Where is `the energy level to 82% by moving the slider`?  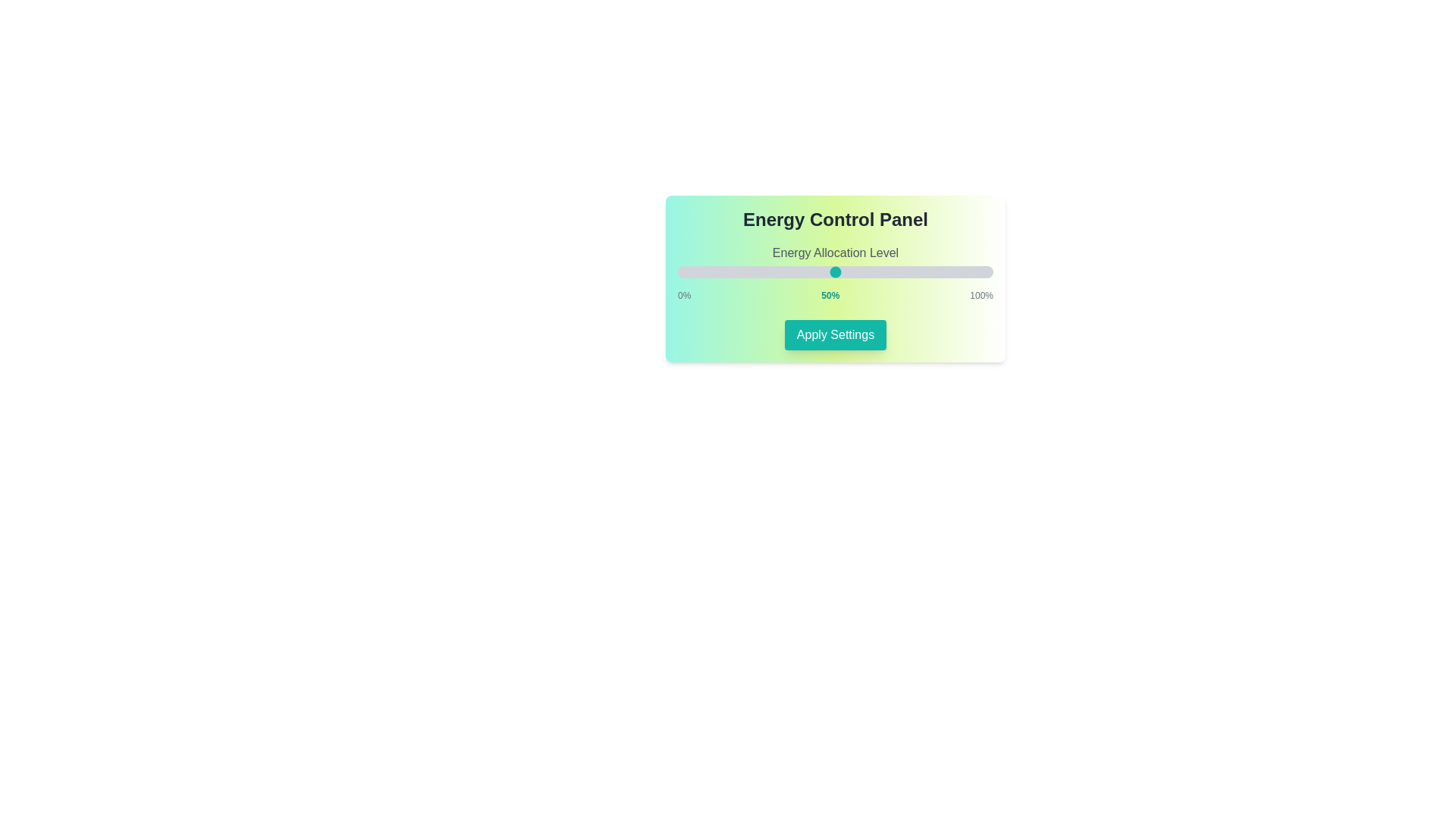
the energy level to 82% by moving the slider is located at coordinates (936, 271).